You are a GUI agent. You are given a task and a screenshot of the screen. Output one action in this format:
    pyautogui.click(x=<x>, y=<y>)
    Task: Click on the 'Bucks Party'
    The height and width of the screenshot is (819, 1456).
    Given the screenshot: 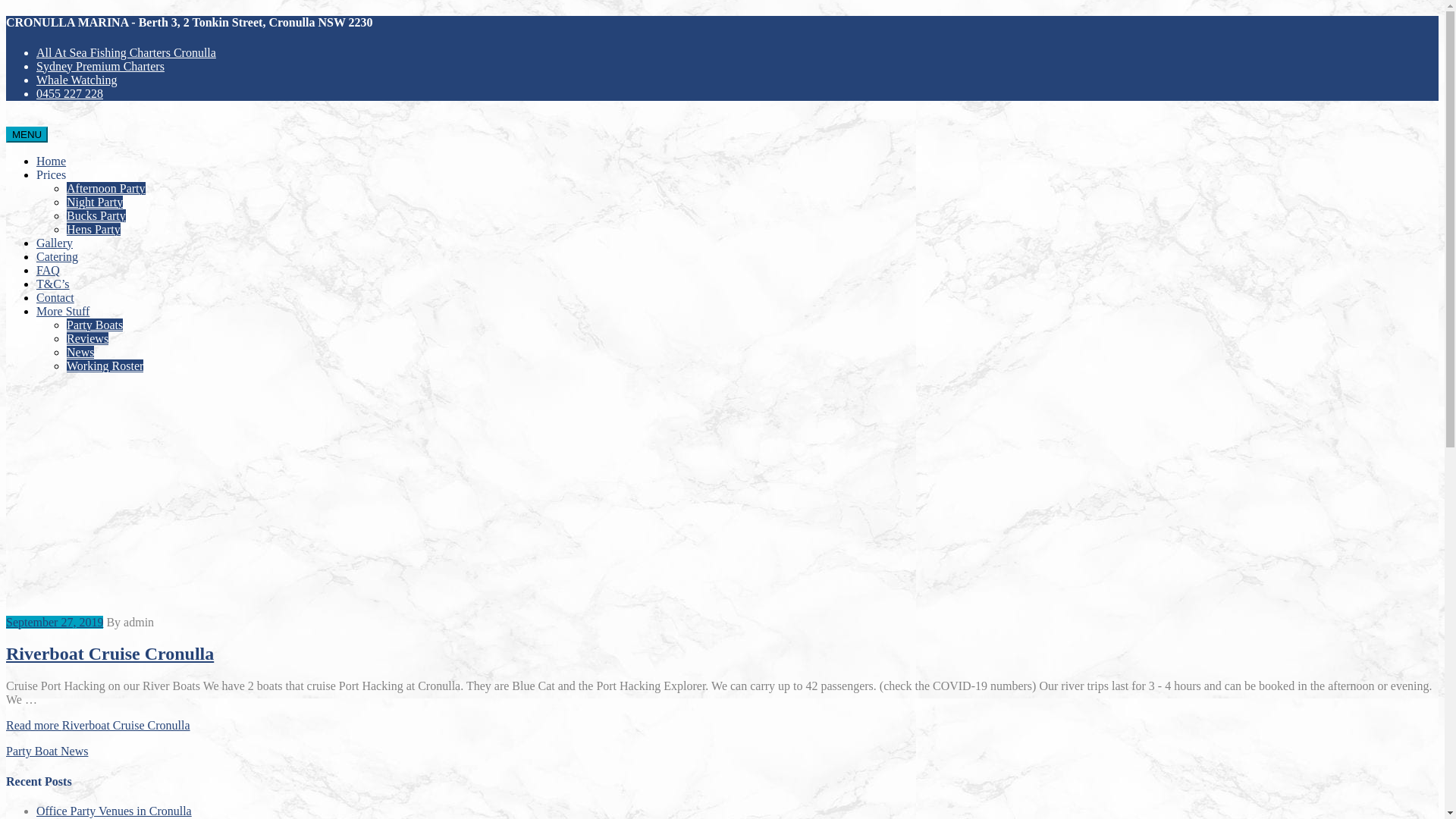 What is the action you would take?
    pyautogui.click(x=95, y=215)
    